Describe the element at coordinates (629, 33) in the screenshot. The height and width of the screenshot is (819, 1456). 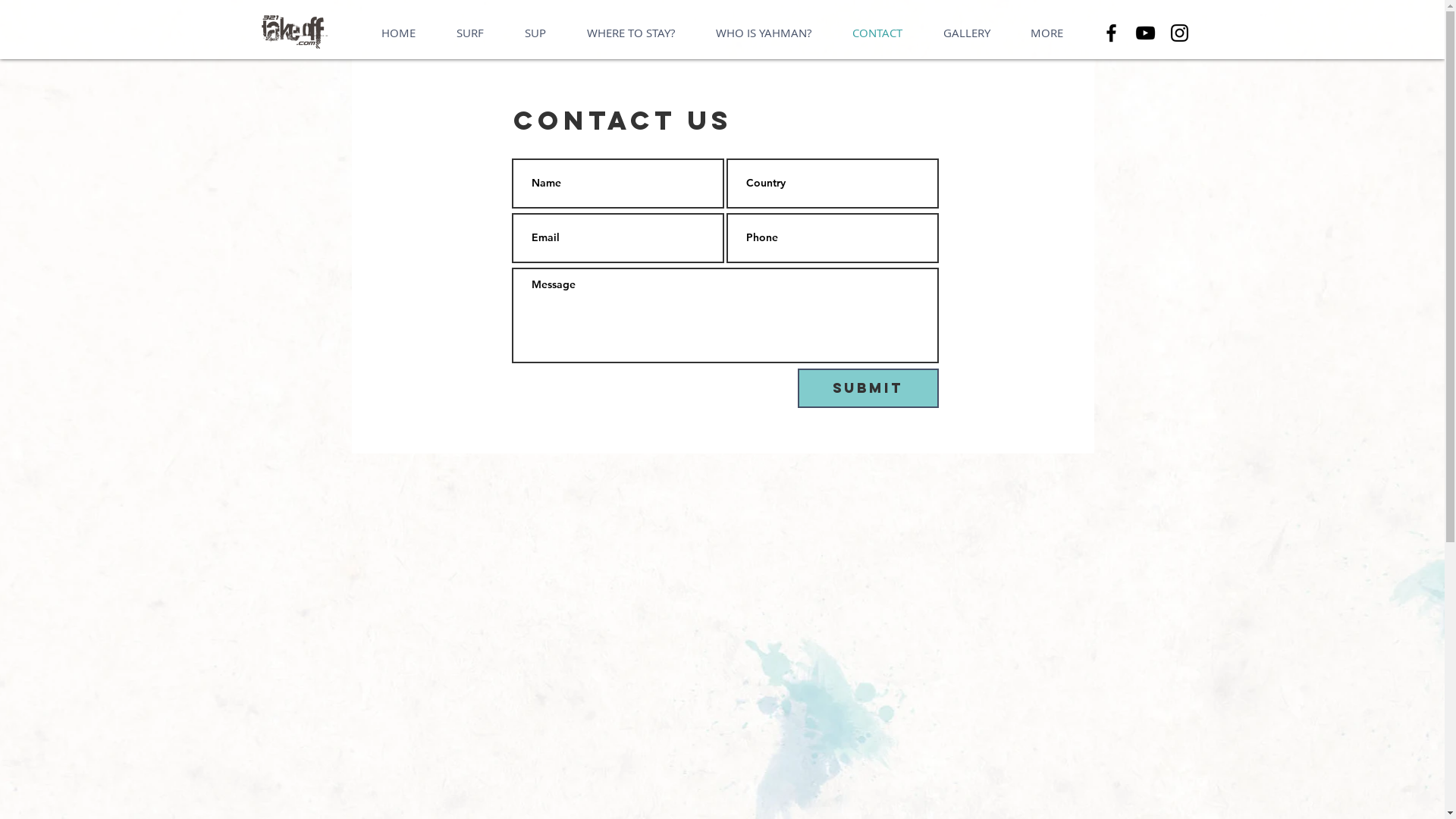
I see `'WHERE TO STAY?'` at that location.